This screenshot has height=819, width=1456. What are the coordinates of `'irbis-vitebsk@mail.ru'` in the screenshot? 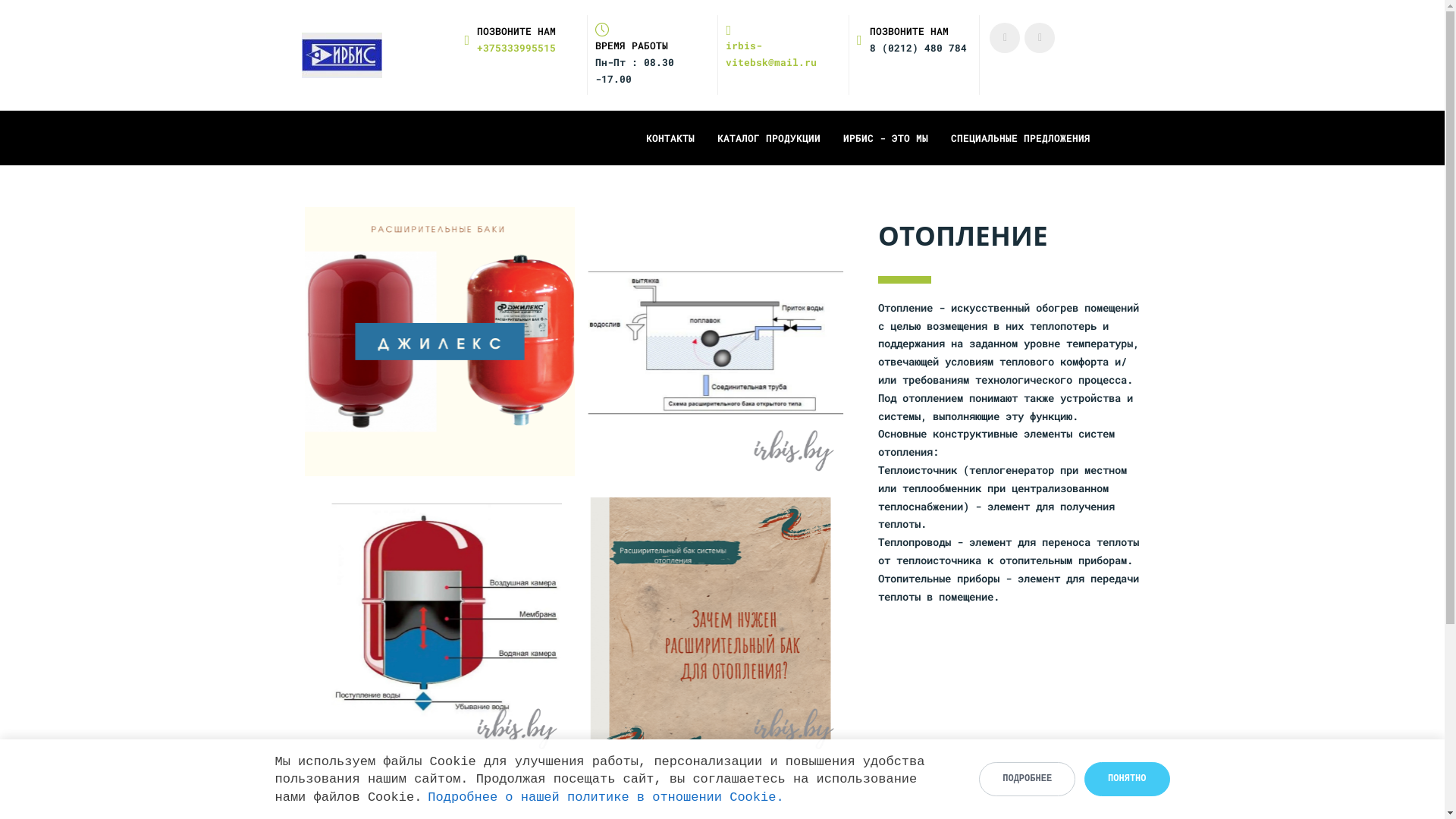 It's located at (783, 45).